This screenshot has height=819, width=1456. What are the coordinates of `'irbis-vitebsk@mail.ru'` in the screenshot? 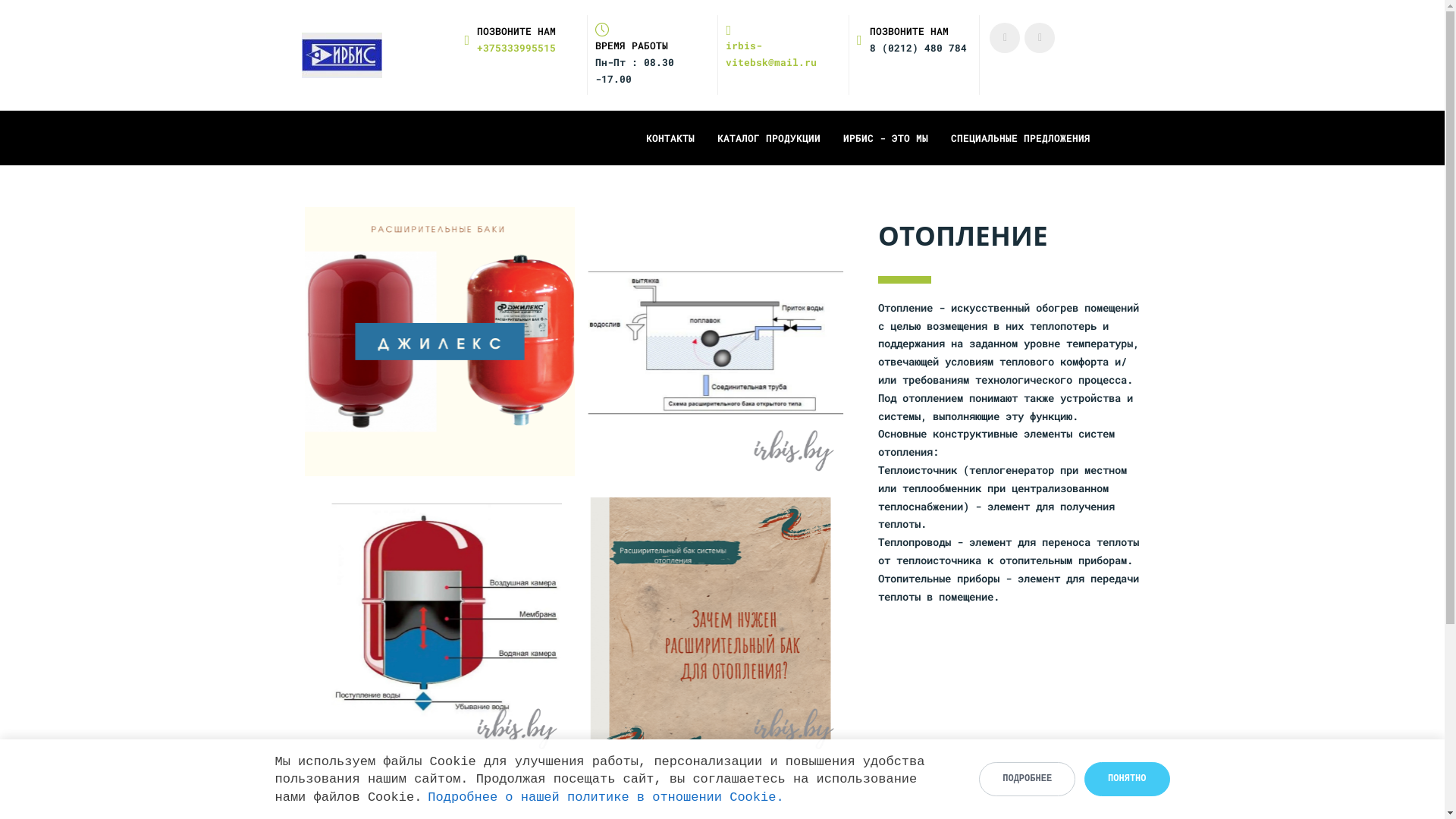 It's located at (783, 45).